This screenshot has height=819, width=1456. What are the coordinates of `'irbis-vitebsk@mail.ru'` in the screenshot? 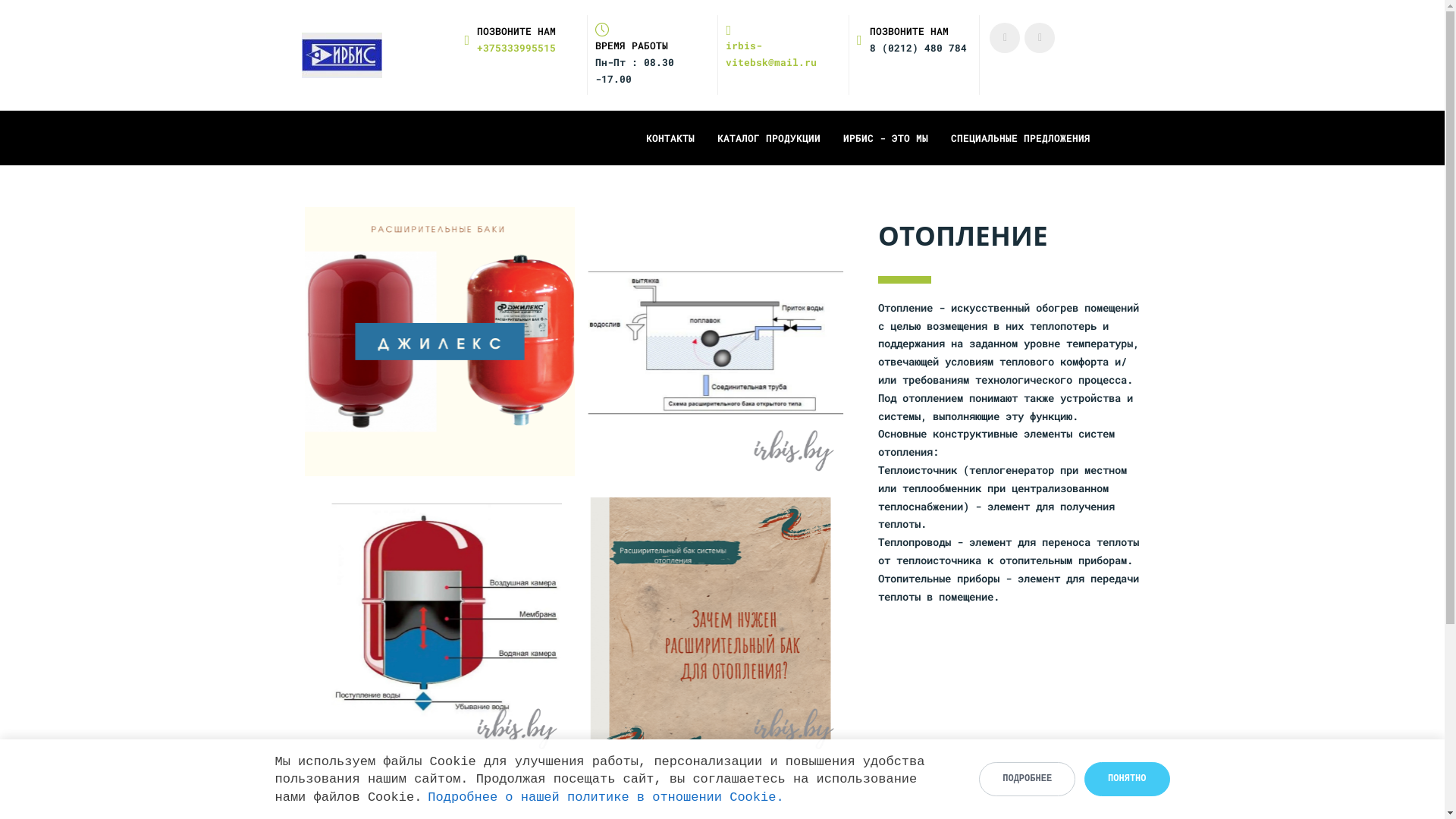 It's located at (783, 45).